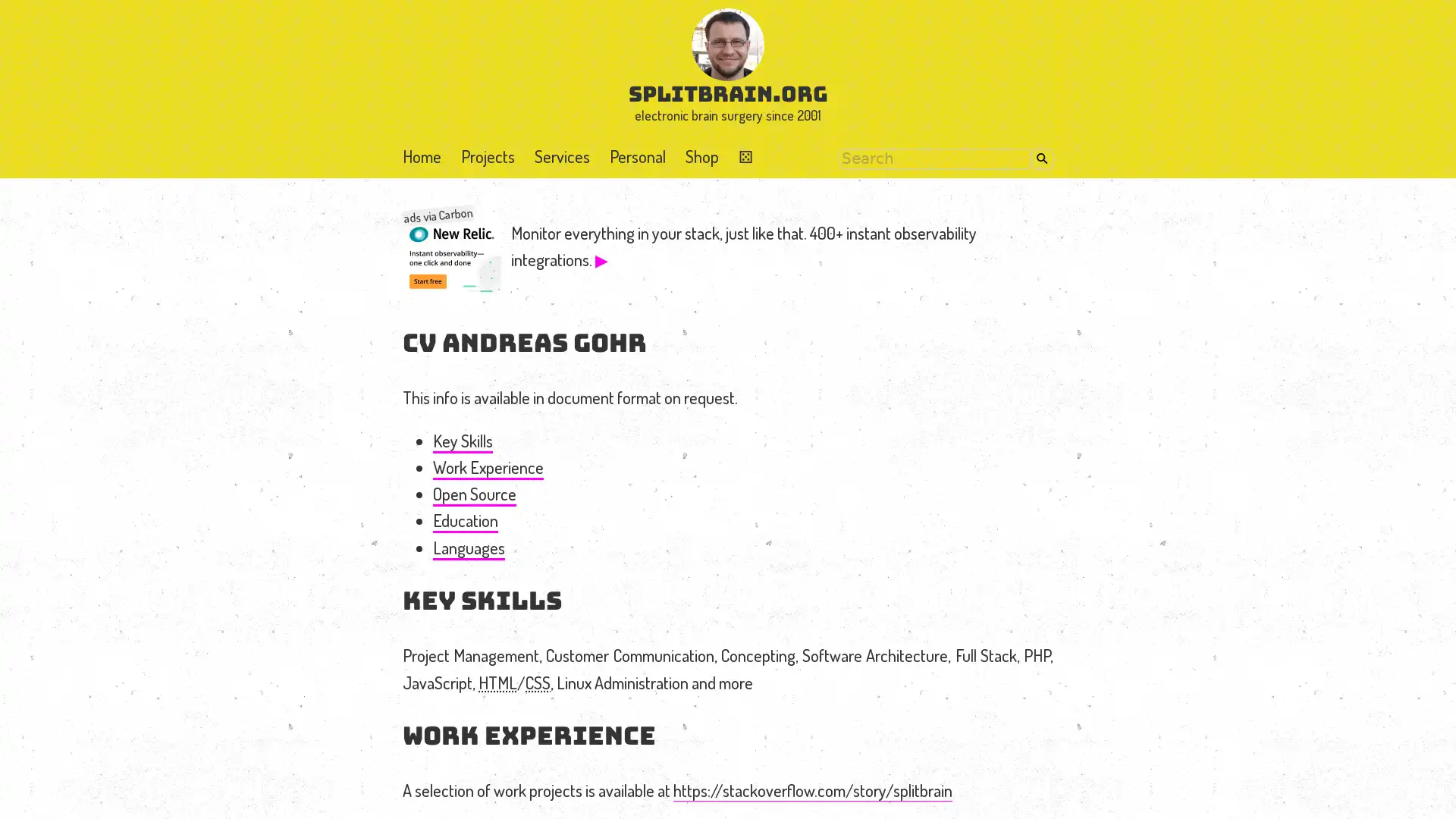 This screenshot has height=819, width=1456. What do you see at coordinates (1041, 158) in the screenshot?
I see `Search` at bounding box center [1041, 158].